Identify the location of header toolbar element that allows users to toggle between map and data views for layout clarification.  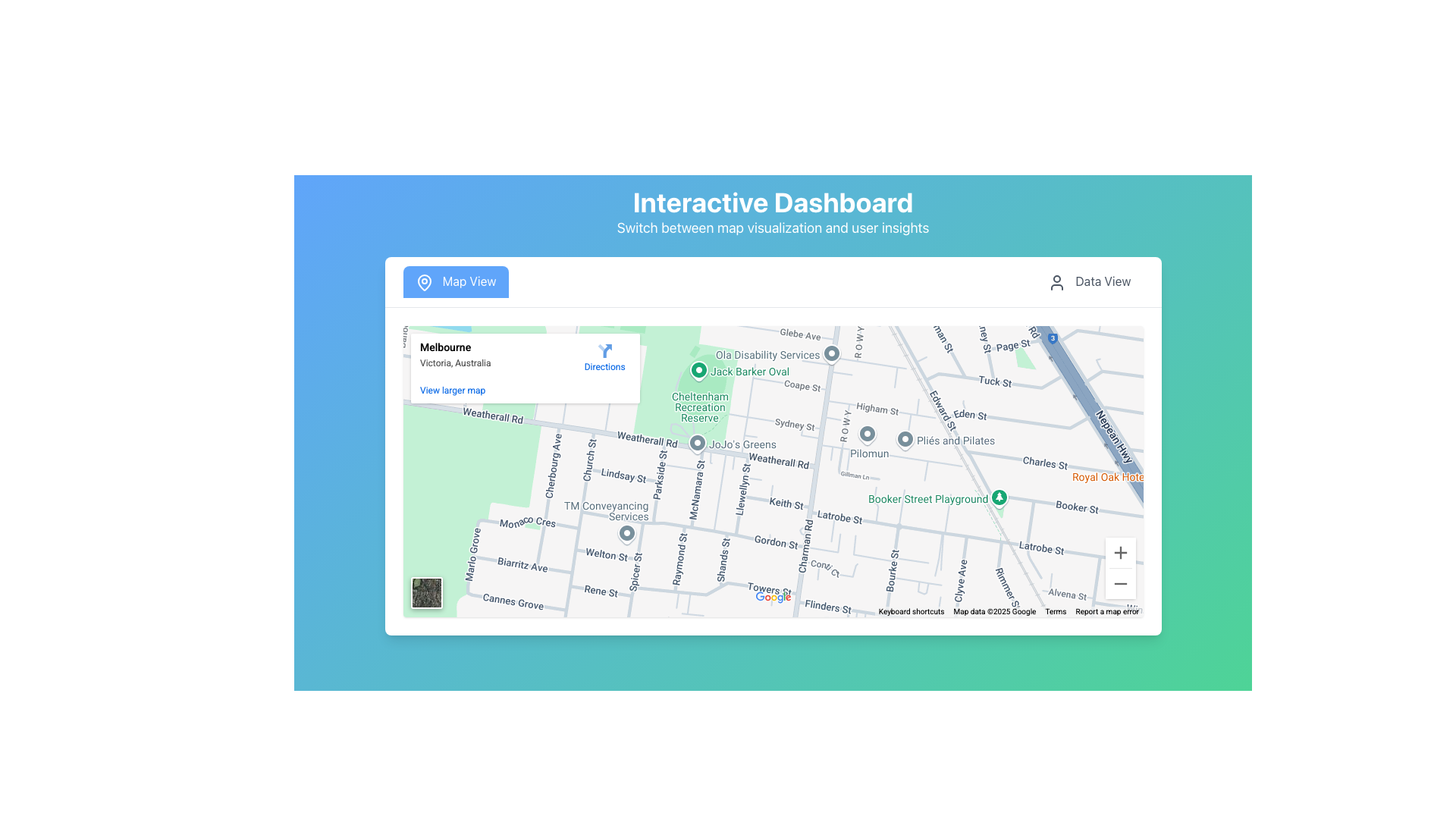
(773, 282).